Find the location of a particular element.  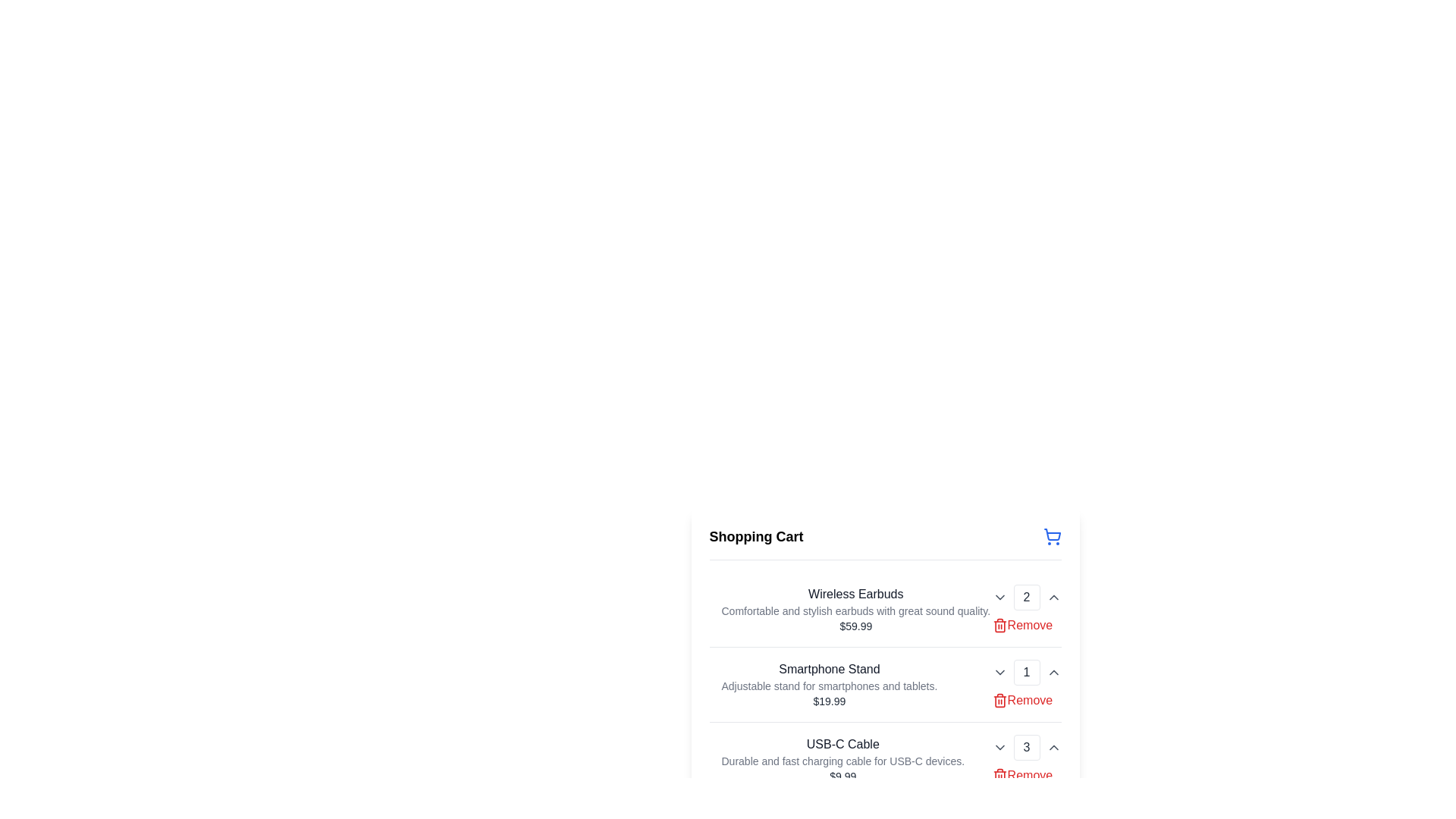

the trash can icon button, which is red and located beside the 'Remove' label is located at coordinates (999, 626).